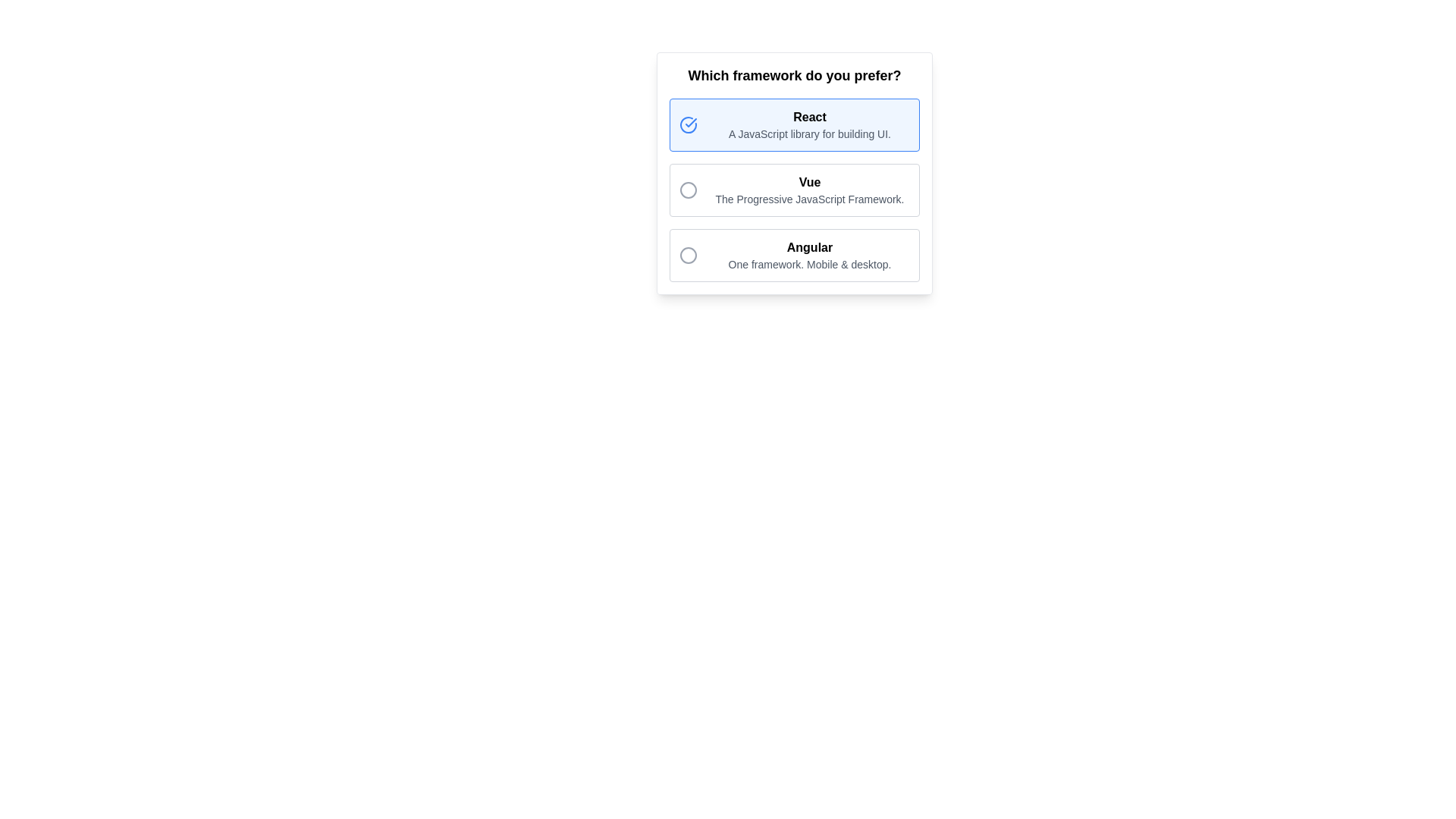 This screenshot has height=819, width=1456. Describe the element at coordinates (687, 254) in the screenshot. I see `the radio button for the 'Angular' framework option` at that location.